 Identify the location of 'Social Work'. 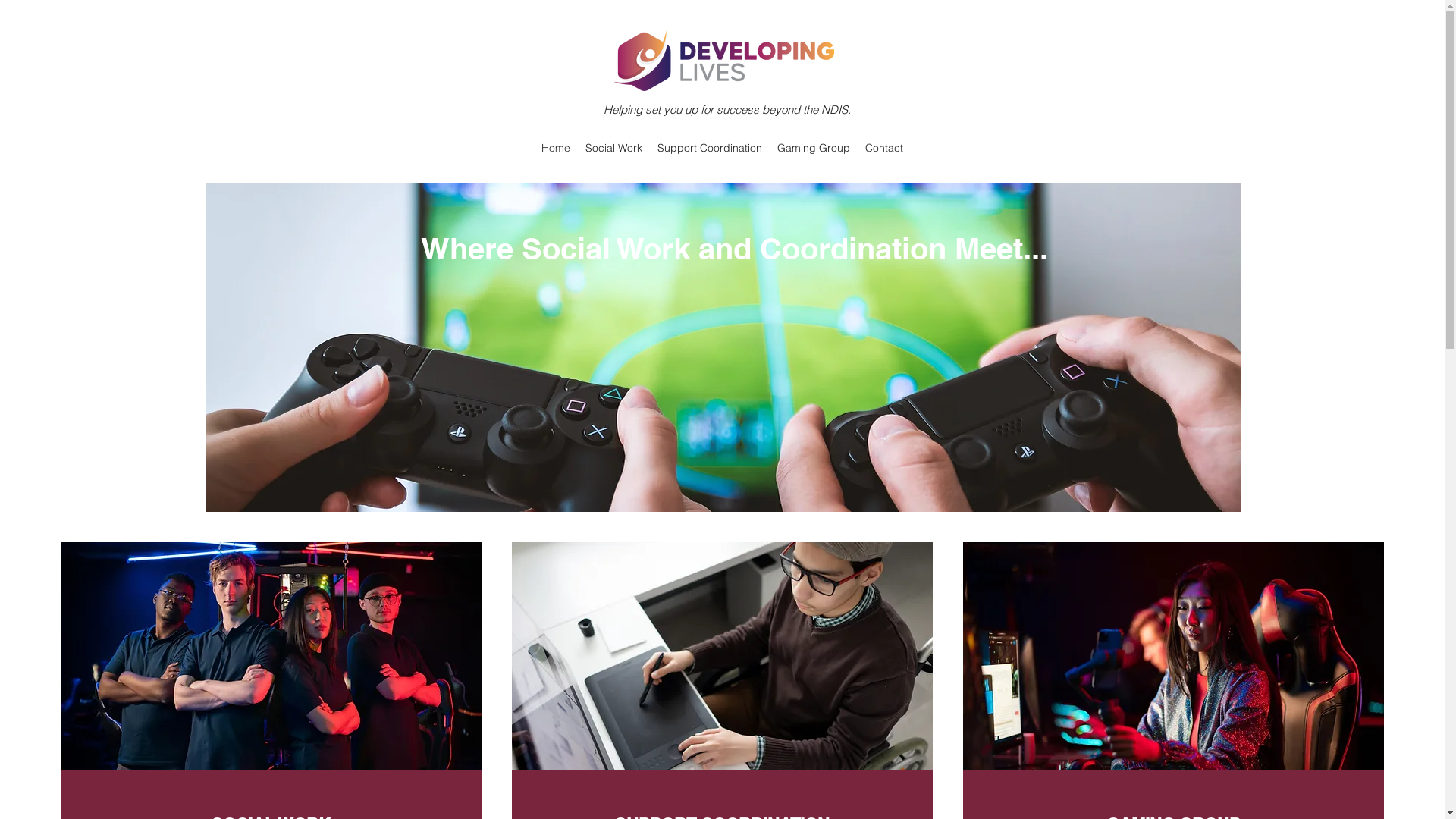
(613, 148).